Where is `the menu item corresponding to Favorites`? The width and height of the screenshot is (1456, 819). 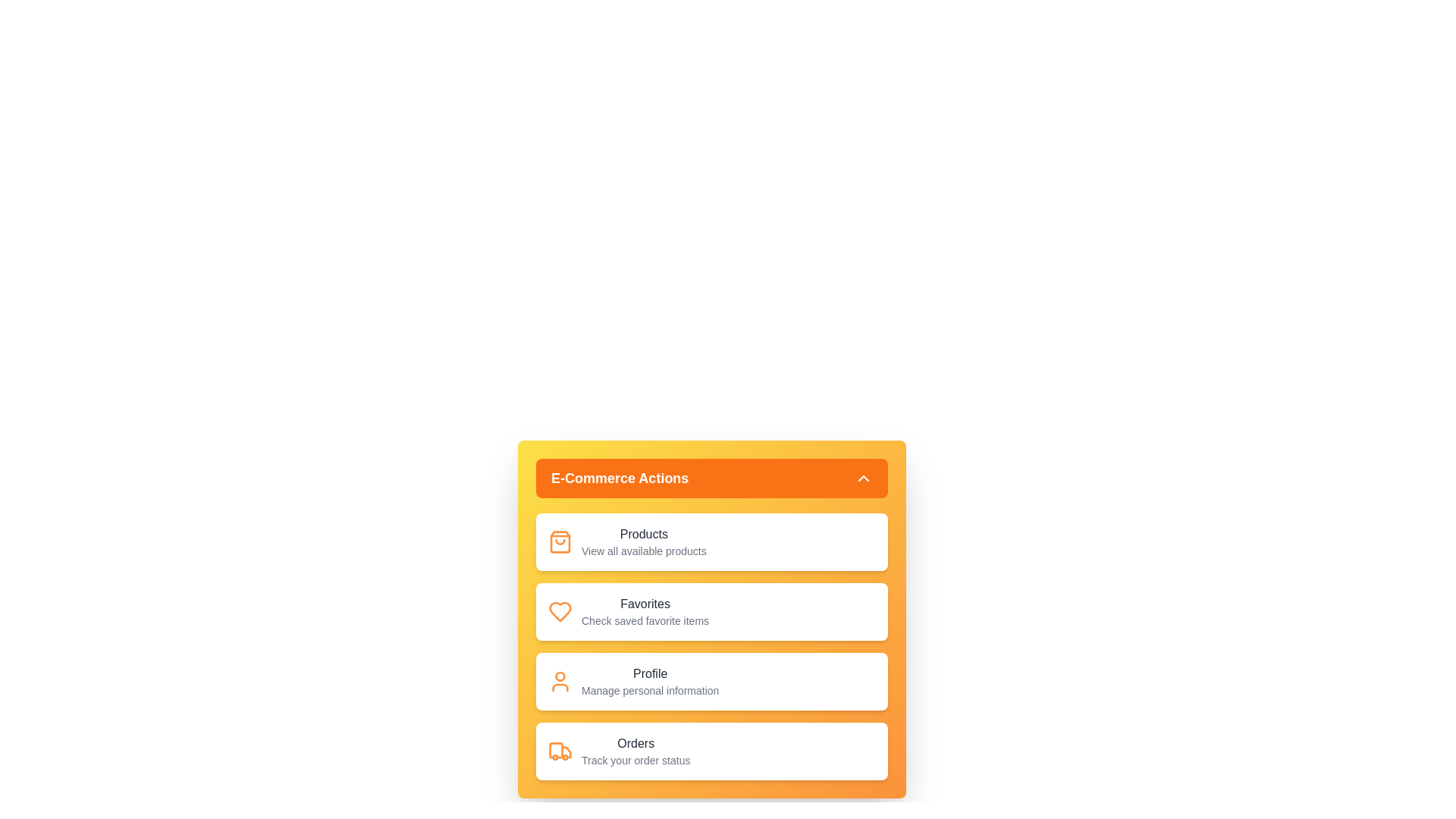
the menu item corresponding to Favorites is located at coordinates (711, 610).